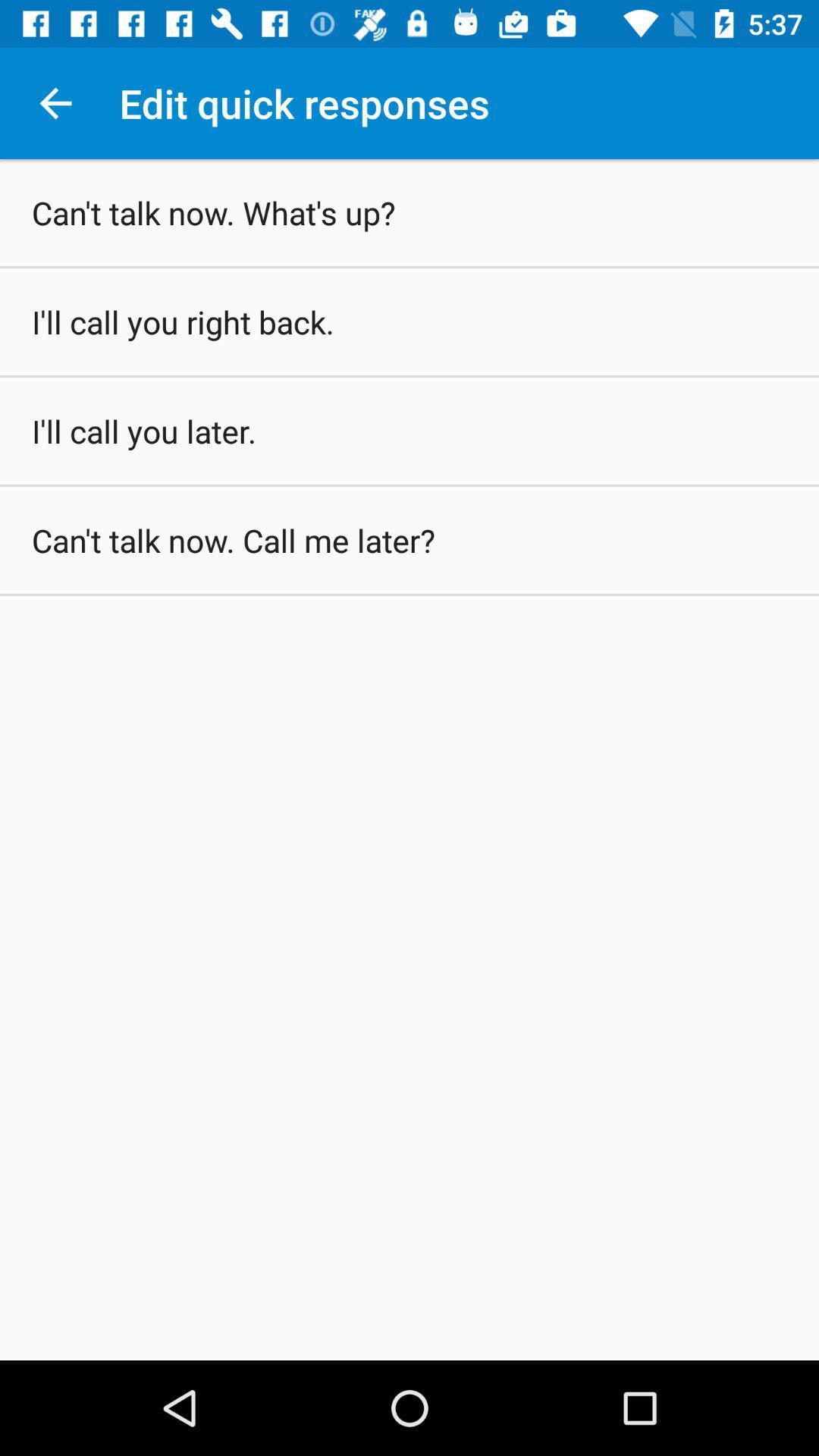 This screenshot has height=1456, width=819. I want to click on the item next to edit quick responses, so click(55, 102).